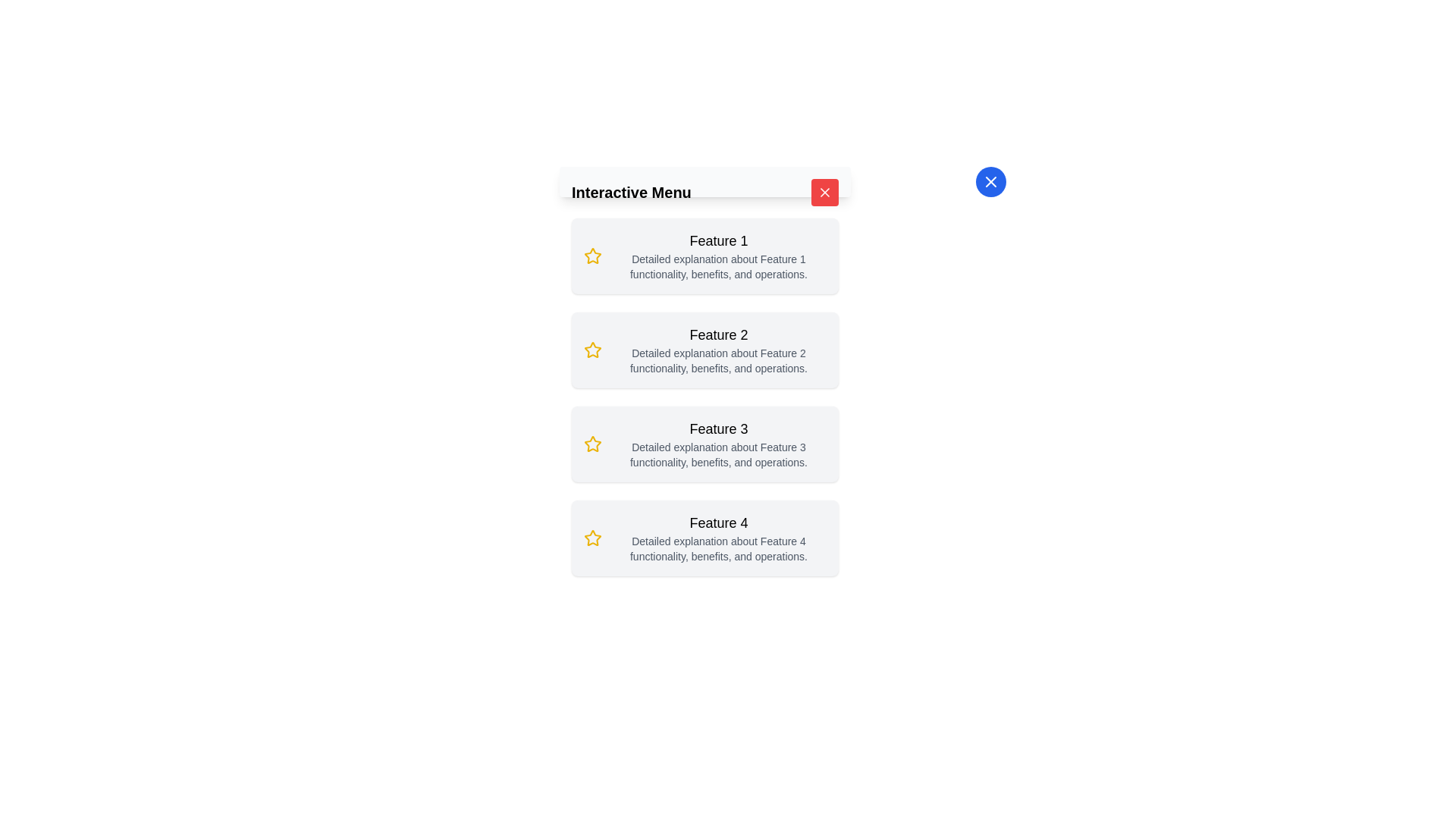 The image size is (1456, 819). Describe the element at coordinates (592, 350) in the screenshot. I see `the yellow star icon that represents a rating for 'Feature 2', located to the extreme left of the title text` at that location.